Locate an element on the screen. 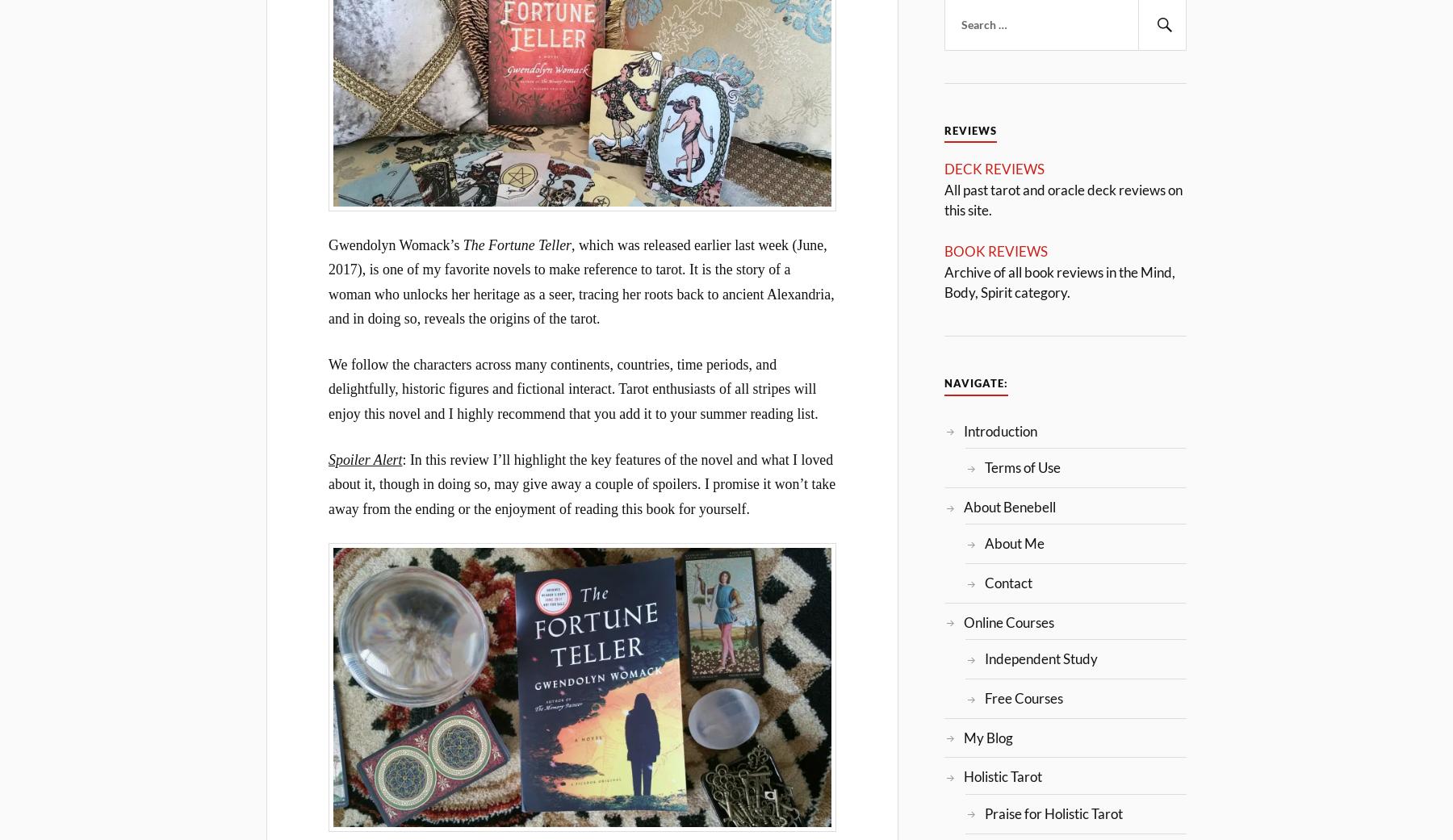  'My Blog' is located at coordinates (987, 736).